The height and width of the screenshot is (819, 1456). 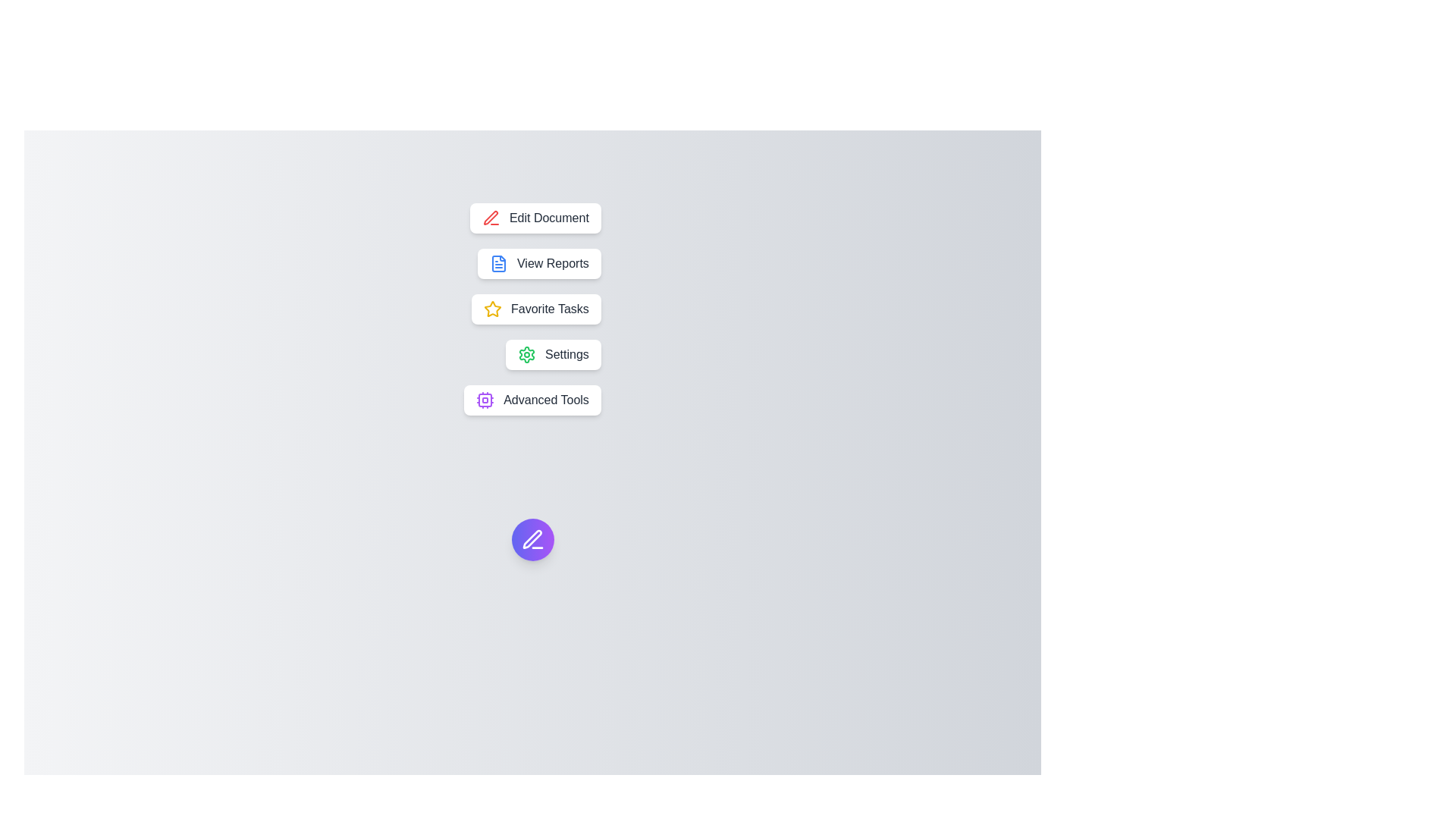 I want to click on the 'Edit Document' button, so click(x=535, y=218).